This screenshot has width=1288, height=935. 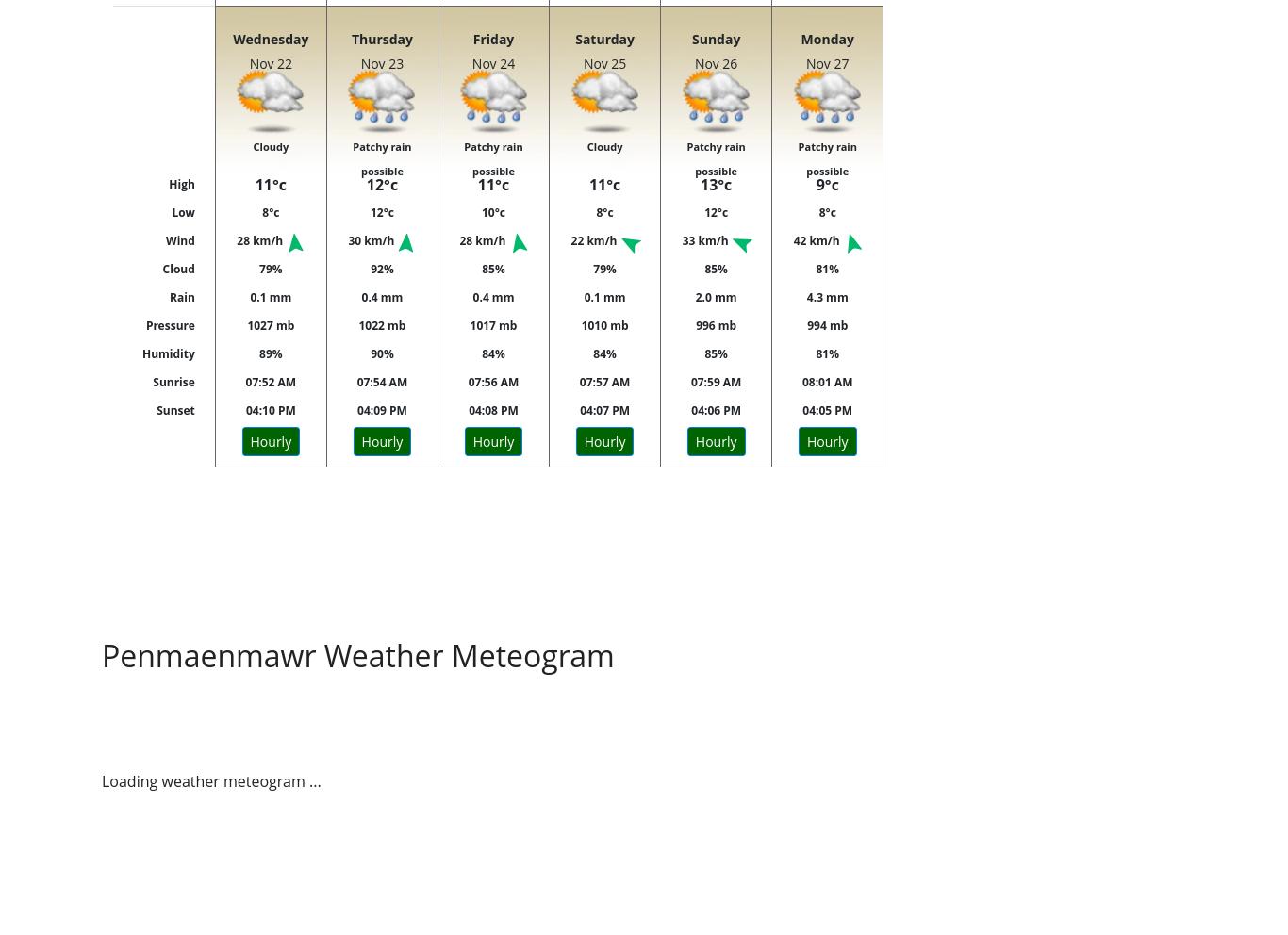 What do you see at coordinates (270, 63) in the screenshot?
I see `'Nov 22'` at bounding box center [270, 63].